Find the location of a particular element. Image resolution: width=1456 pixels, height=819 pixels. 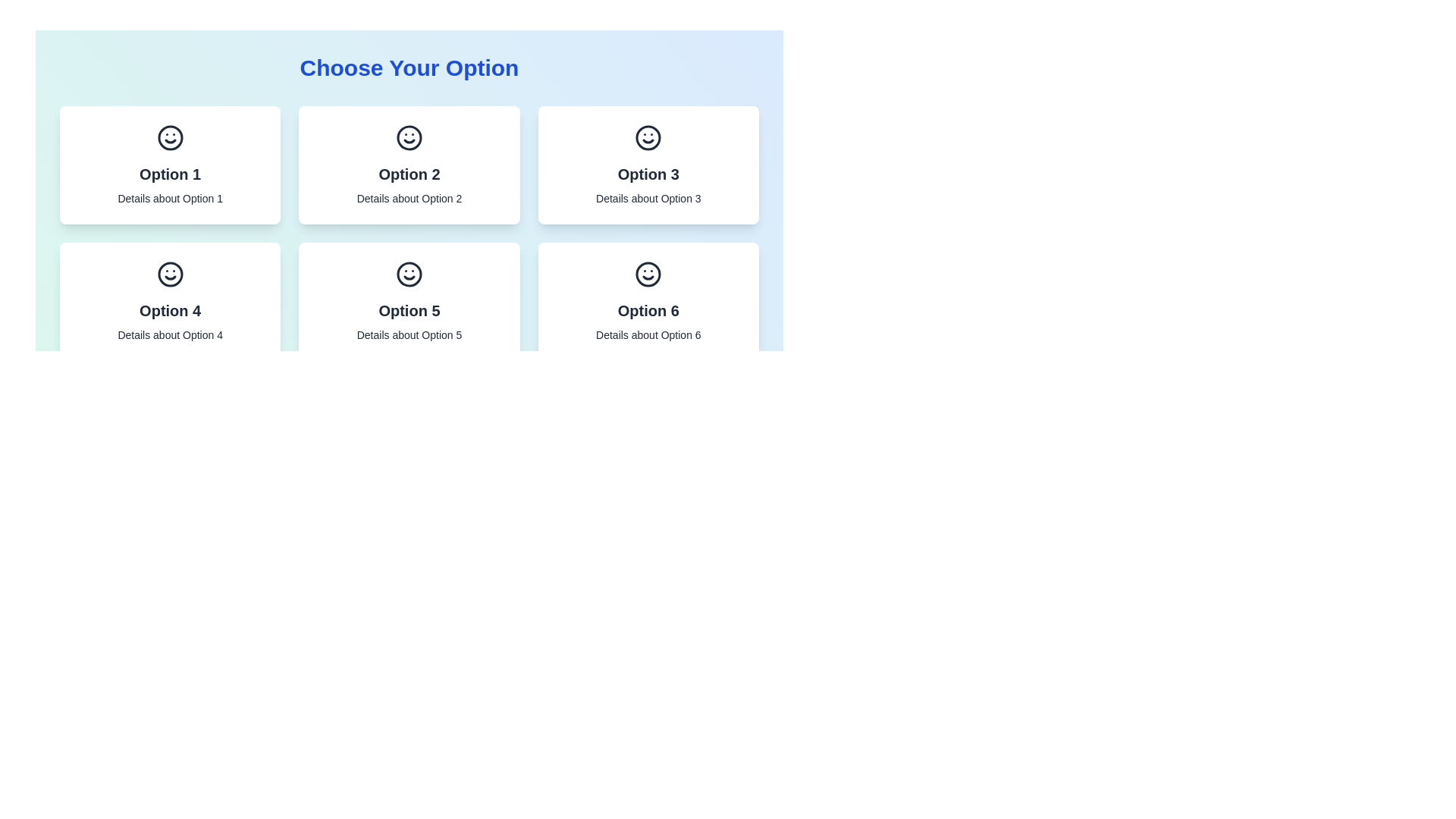

the circular outline icon representing a smiling face, which is located in the lower left quadrant of the 'Option 4' card is located at coordinates (170, 275).